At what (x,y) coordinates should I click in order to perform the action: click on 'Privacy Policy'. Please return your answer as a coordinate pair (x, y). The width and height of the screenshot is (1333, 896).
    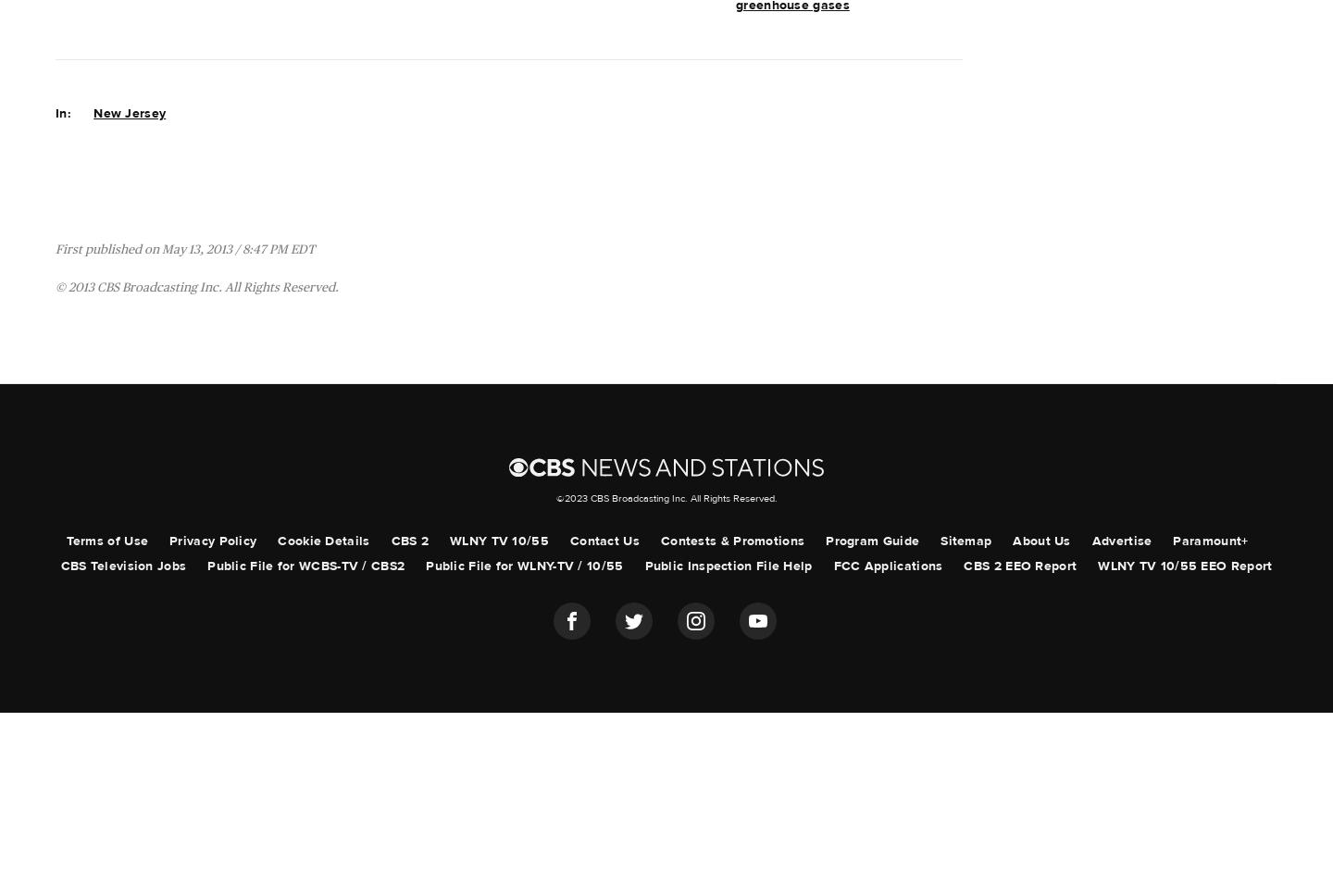
    Looking at the image, I should click on (212, 541).